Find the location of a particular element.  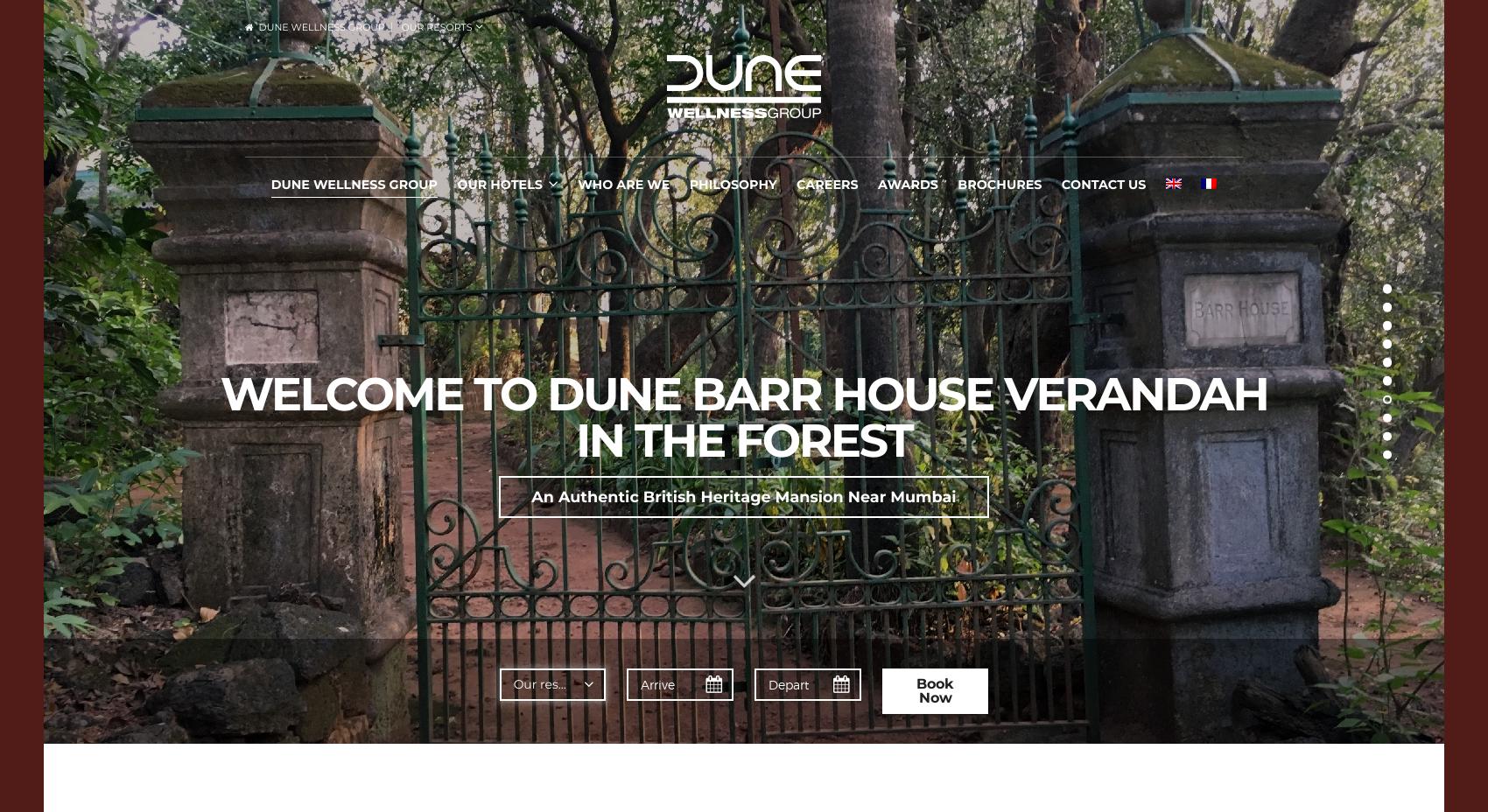

'WELCOME TO ELEPHANT VALLEY JUNGLE HOTEL' is located at coordinates (742, 446).